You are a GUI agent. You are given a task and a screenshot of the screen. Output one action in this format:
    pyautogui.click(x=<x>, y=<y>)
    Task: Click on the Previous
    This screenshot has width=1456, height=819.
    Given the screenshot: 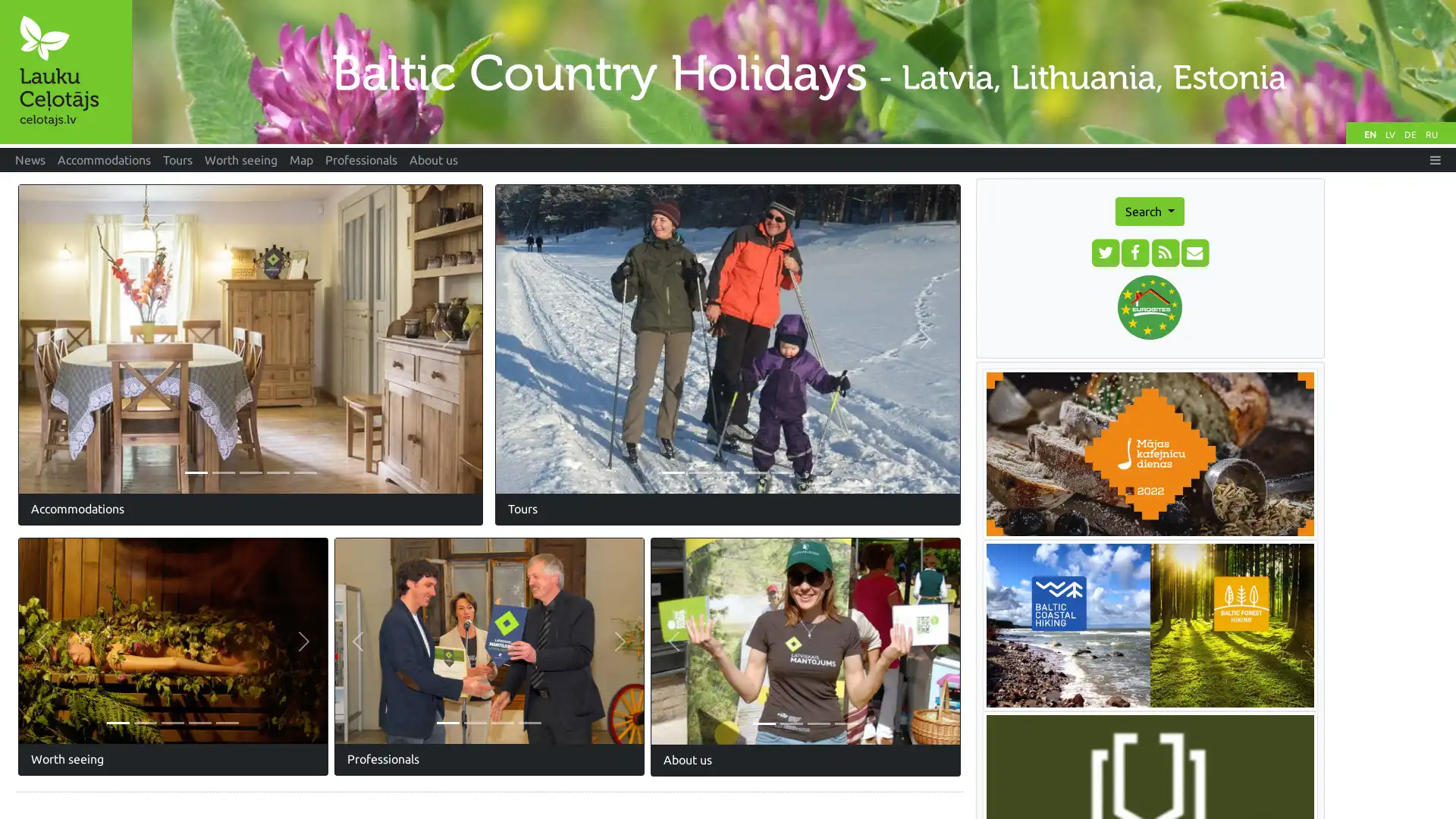 What is the action you would take?
    pyautogui.click(x=356, y=641)
    